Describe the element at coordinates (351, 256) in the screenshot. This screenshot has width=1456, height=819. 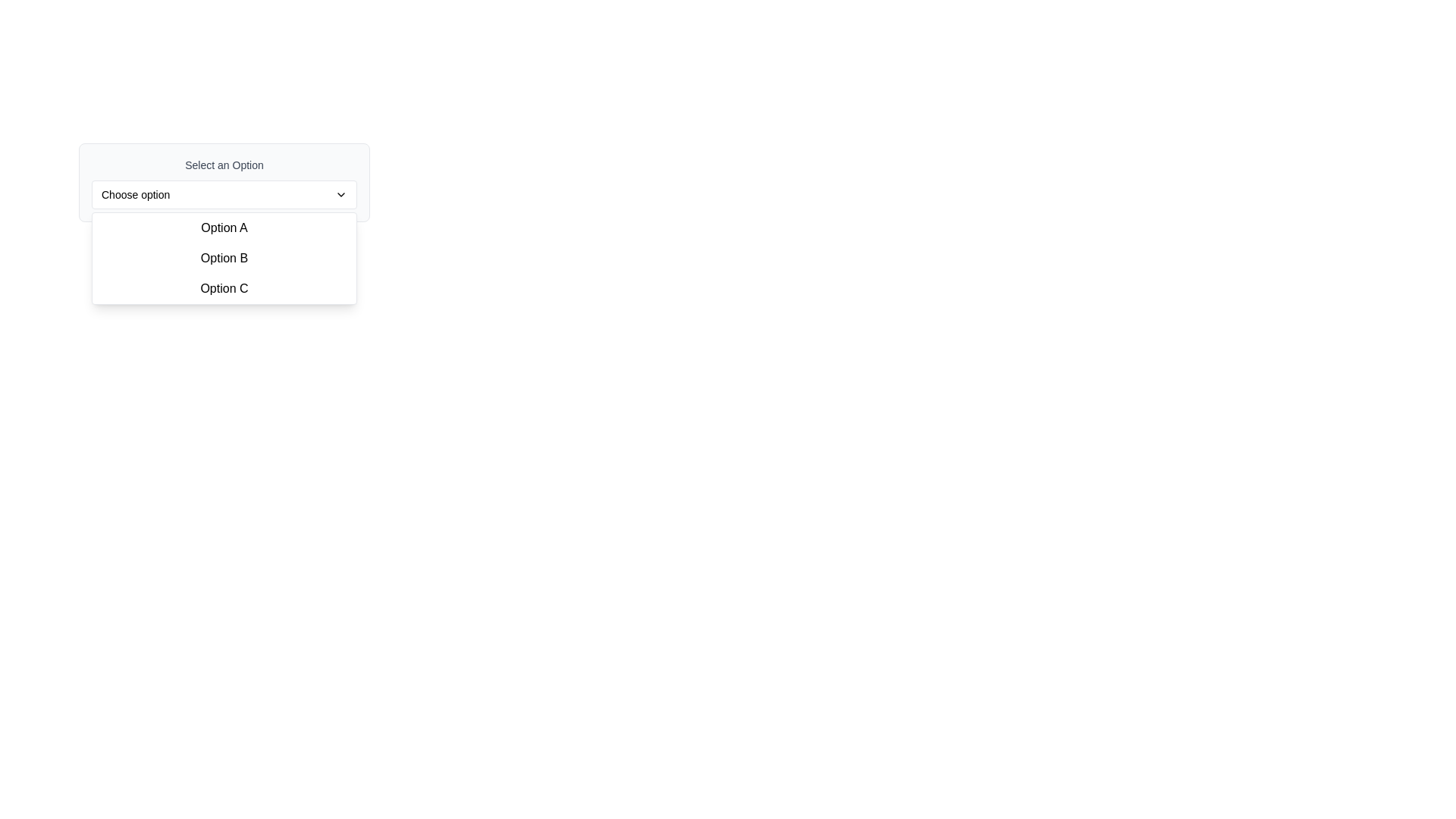
I see `the Dropdown menu located below the 'Select an Option' title` at that location.